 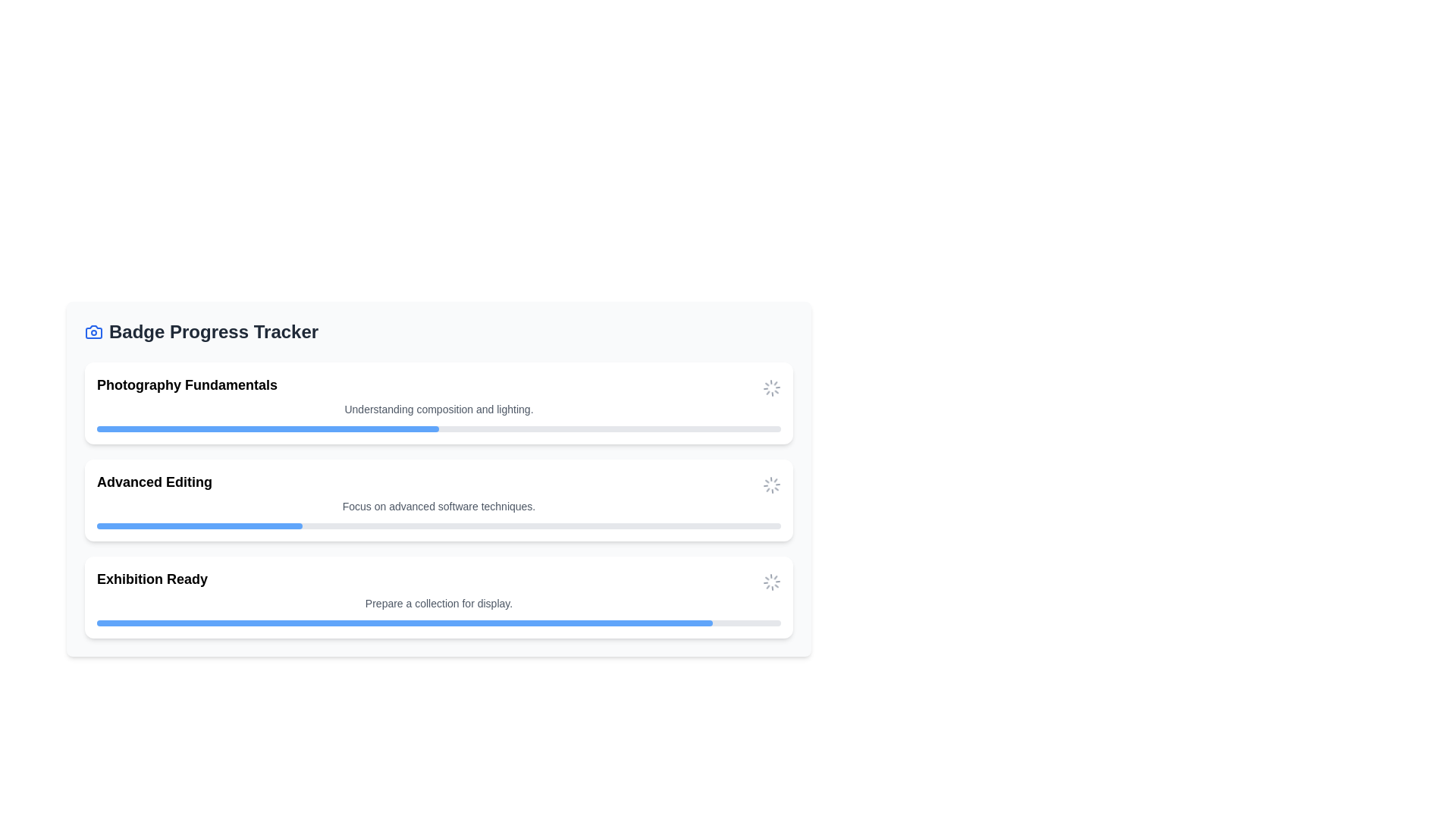 What do you see at coordinates (199, 526) in the screenshot?
I see `the blue progress bar located within the 'Advanced Editing' section of the 'Badge Progress Tracker', which is horizontally positioned and occupies approximately 30% of the width of the gray bar` at bounding box center [199, 526].